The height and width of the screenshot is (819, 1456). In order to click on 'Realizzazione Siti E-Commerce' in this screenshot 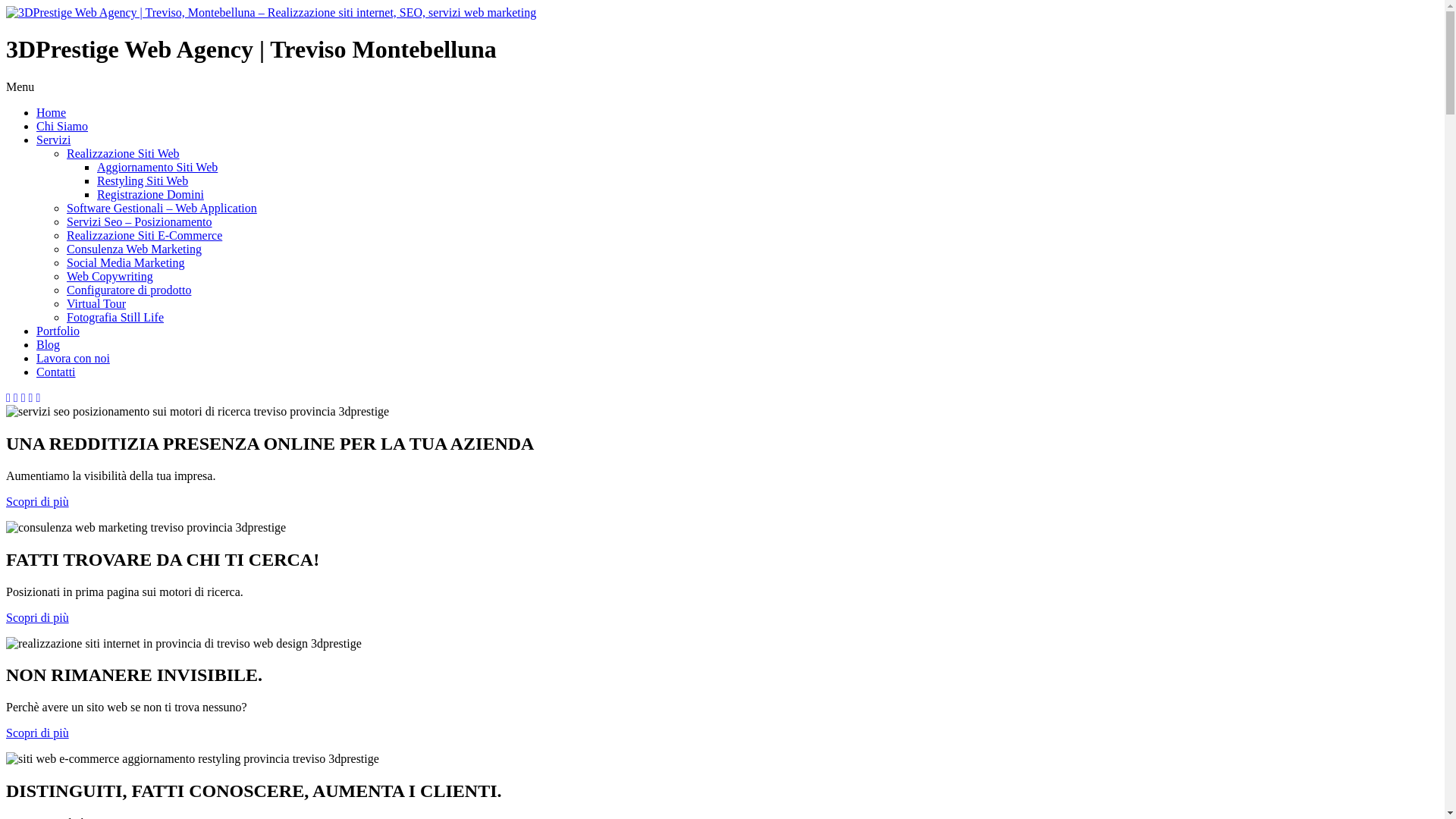, I will do `click(144, 235)`.